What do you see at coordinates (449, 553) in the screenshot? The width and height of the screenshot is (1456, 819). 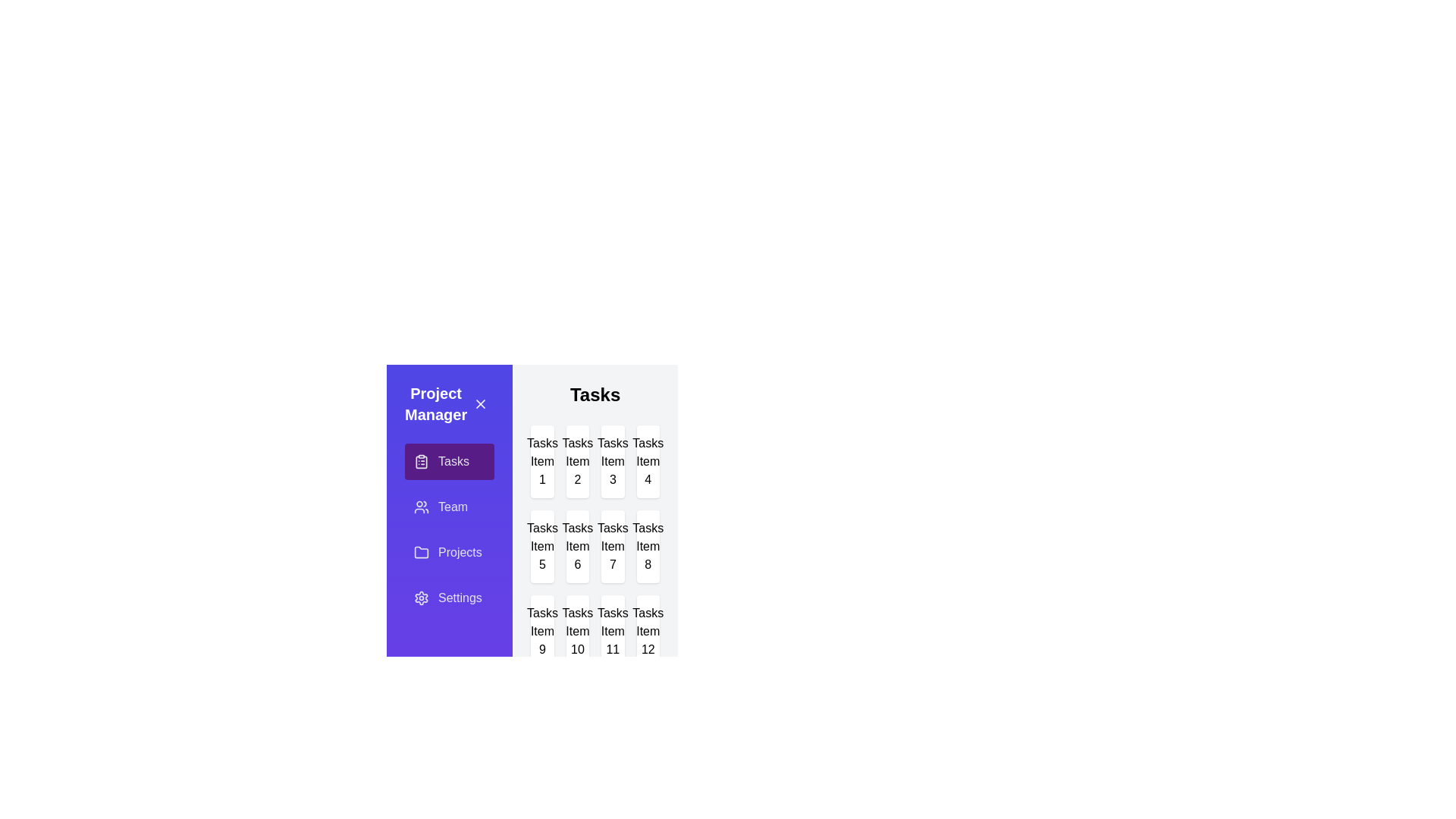 I see `the Projects tab by clicking on it` at bounding box center [449, 553].